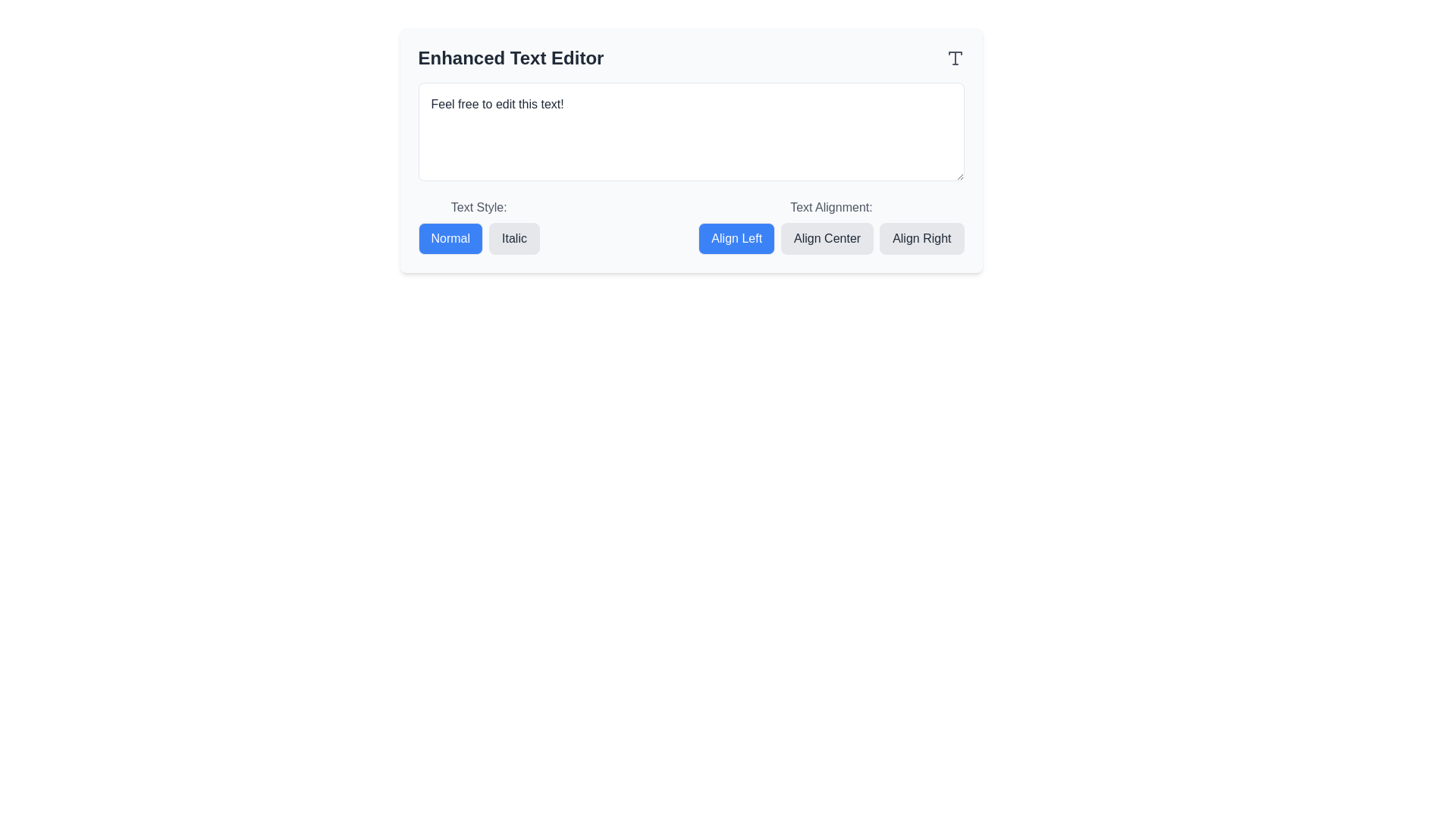 The width and height of the screenshot is (1456, 819). Describe the element at coordinates (478, 239) in the screenshot. I see `the 'Normal' button in the Toggle button group located below the 'Text Style:' label in the 'Enhanced Text Editor' interface` at that location.